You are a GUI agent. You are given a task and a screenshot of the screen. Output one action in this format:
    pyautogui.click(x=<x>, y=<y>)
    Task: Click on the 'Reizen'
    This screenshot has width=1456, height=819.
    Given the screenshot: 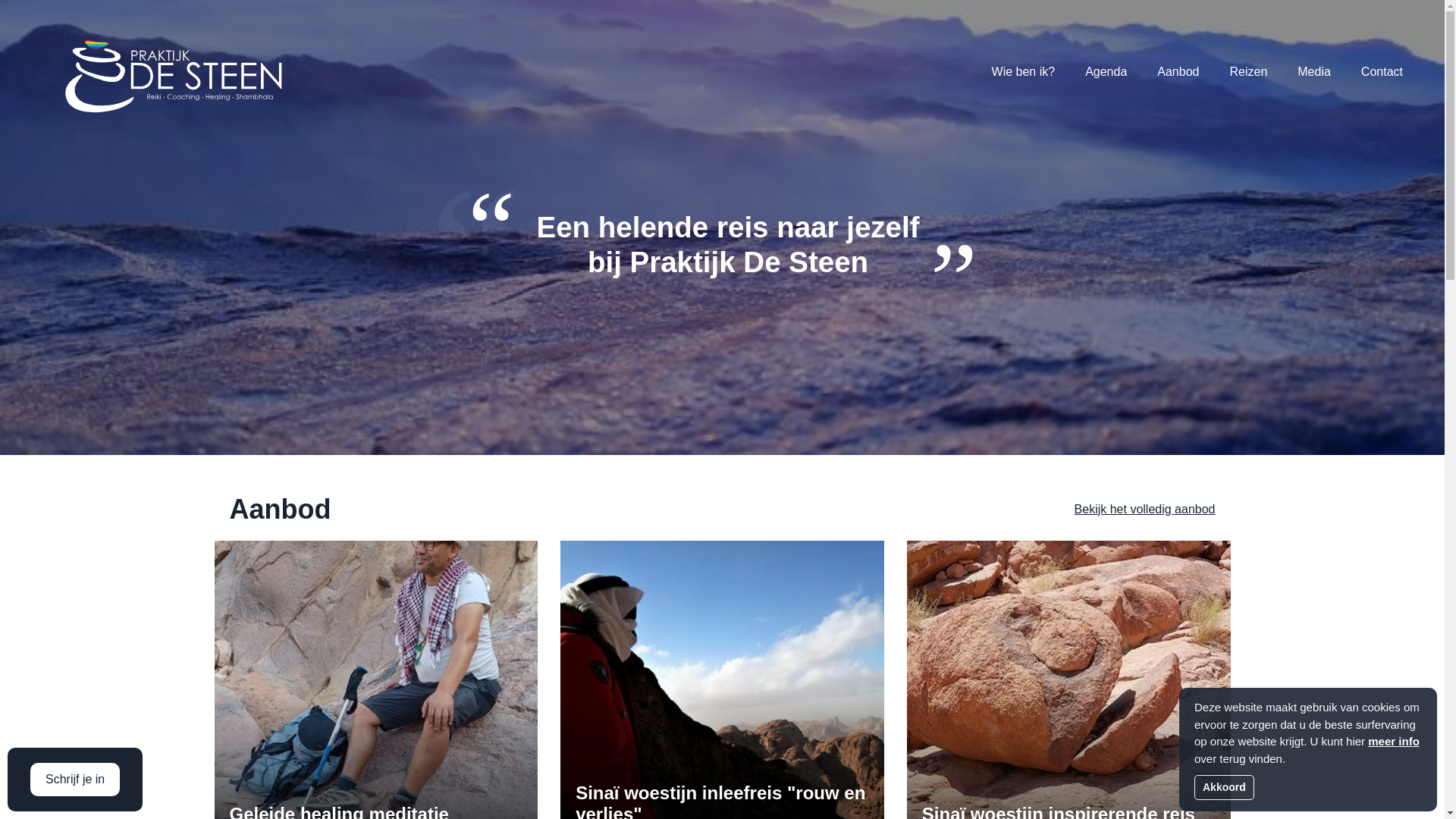 What is the action you would take?
    pyautogui.click(x=1248, y=72)
    